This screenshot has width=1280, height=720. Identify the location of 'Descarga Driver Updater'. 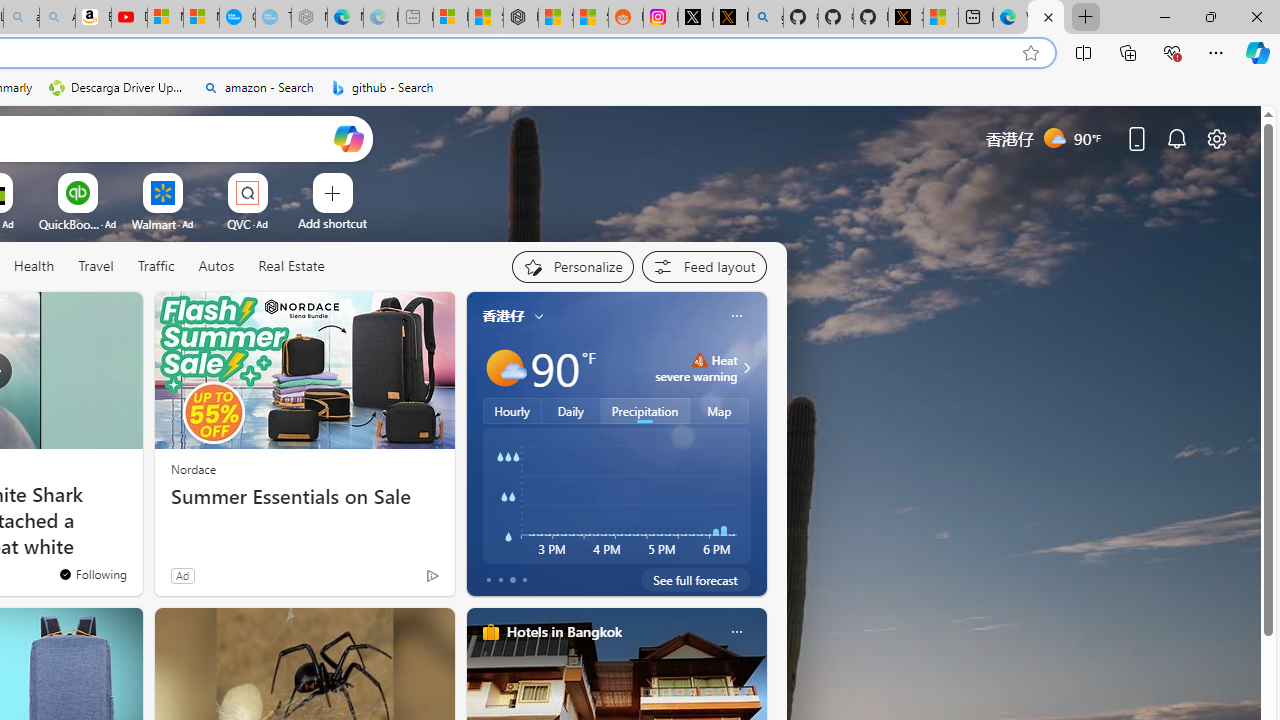
(117, 87).